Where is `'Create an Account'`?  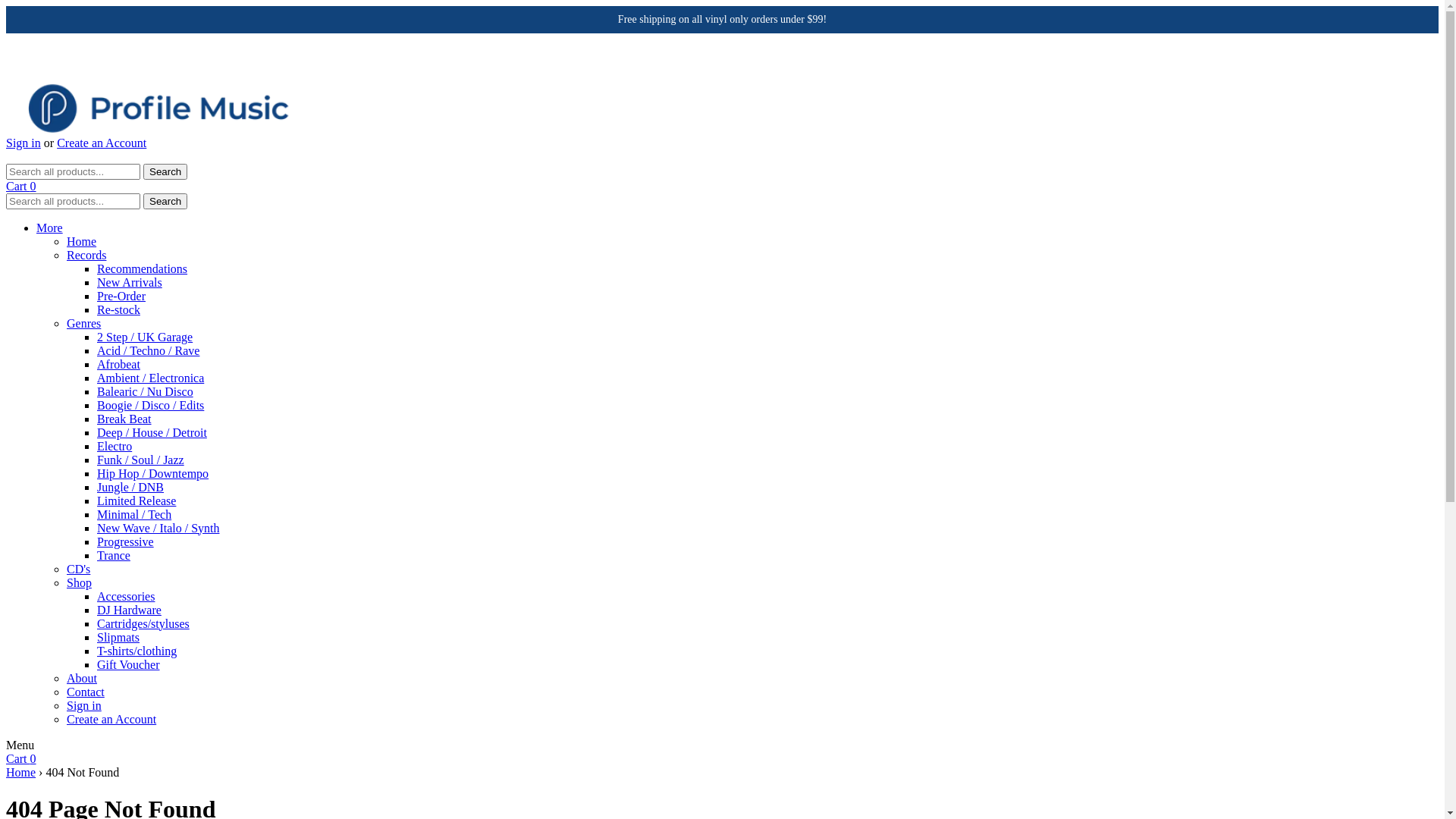
'Create an Account' is located at coordinates (111, 718).